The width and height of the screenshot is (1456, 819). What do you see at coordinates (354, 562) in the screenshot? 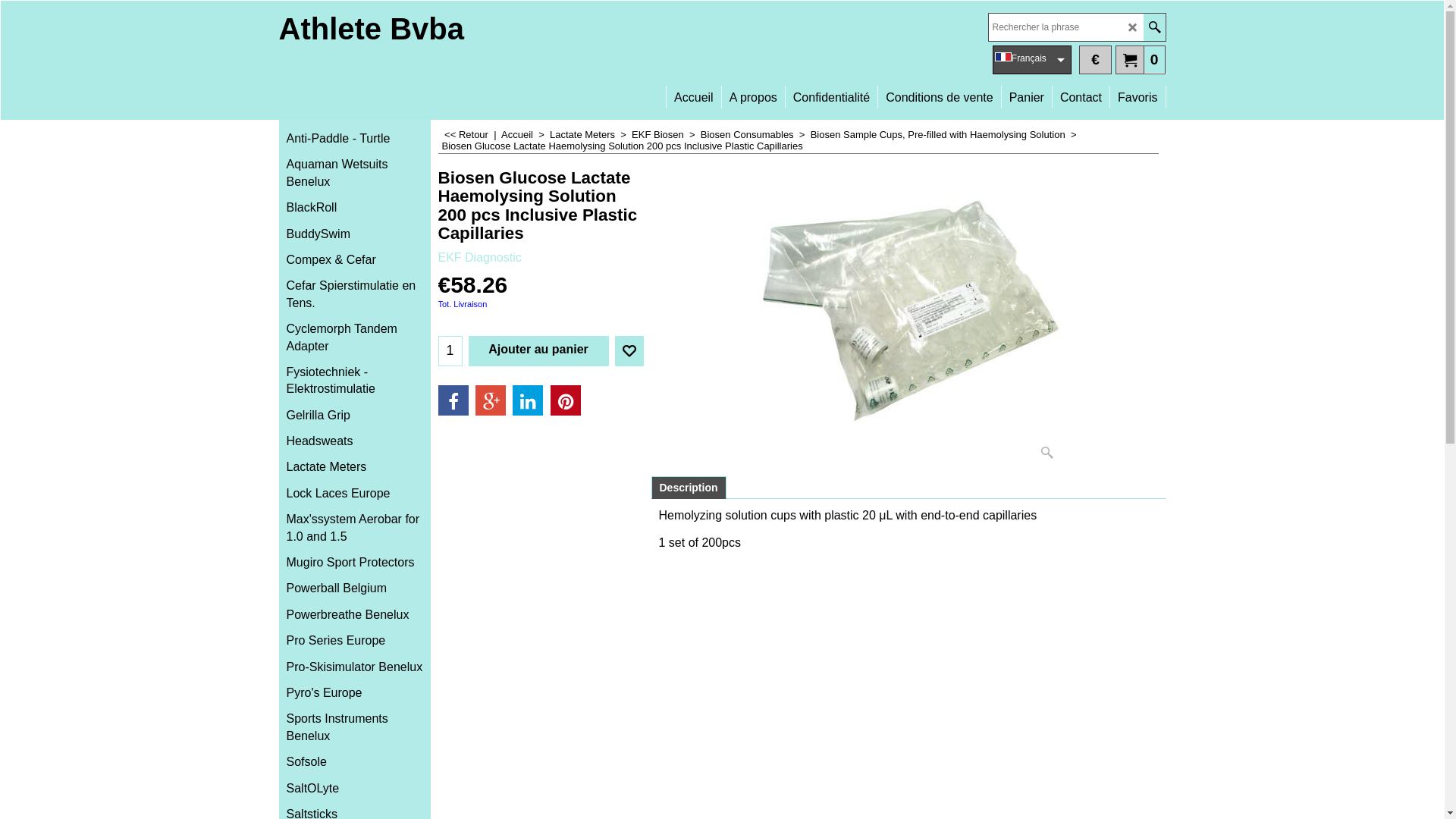
I see `'Mugiro Sport Protectors'` at bounding box center [354, 562].